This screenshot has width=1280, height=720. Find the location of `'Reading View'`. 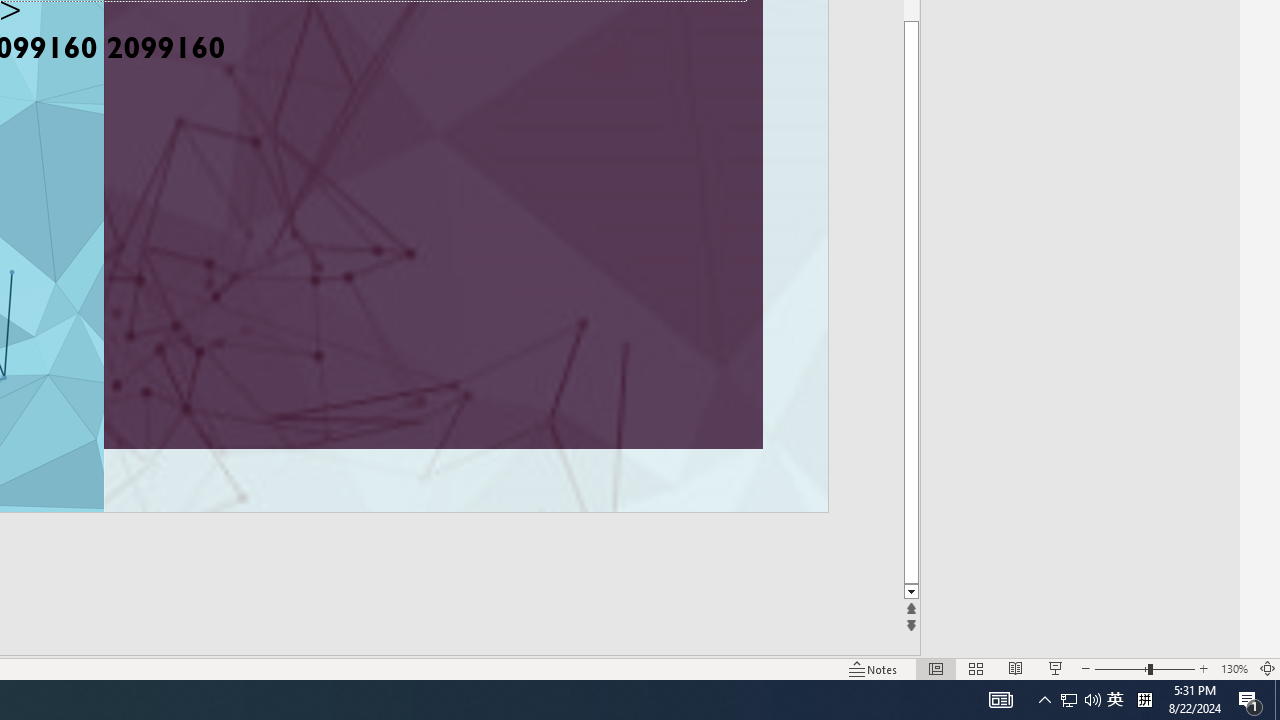

'Reading View' is located at coordinates (1015, 669).